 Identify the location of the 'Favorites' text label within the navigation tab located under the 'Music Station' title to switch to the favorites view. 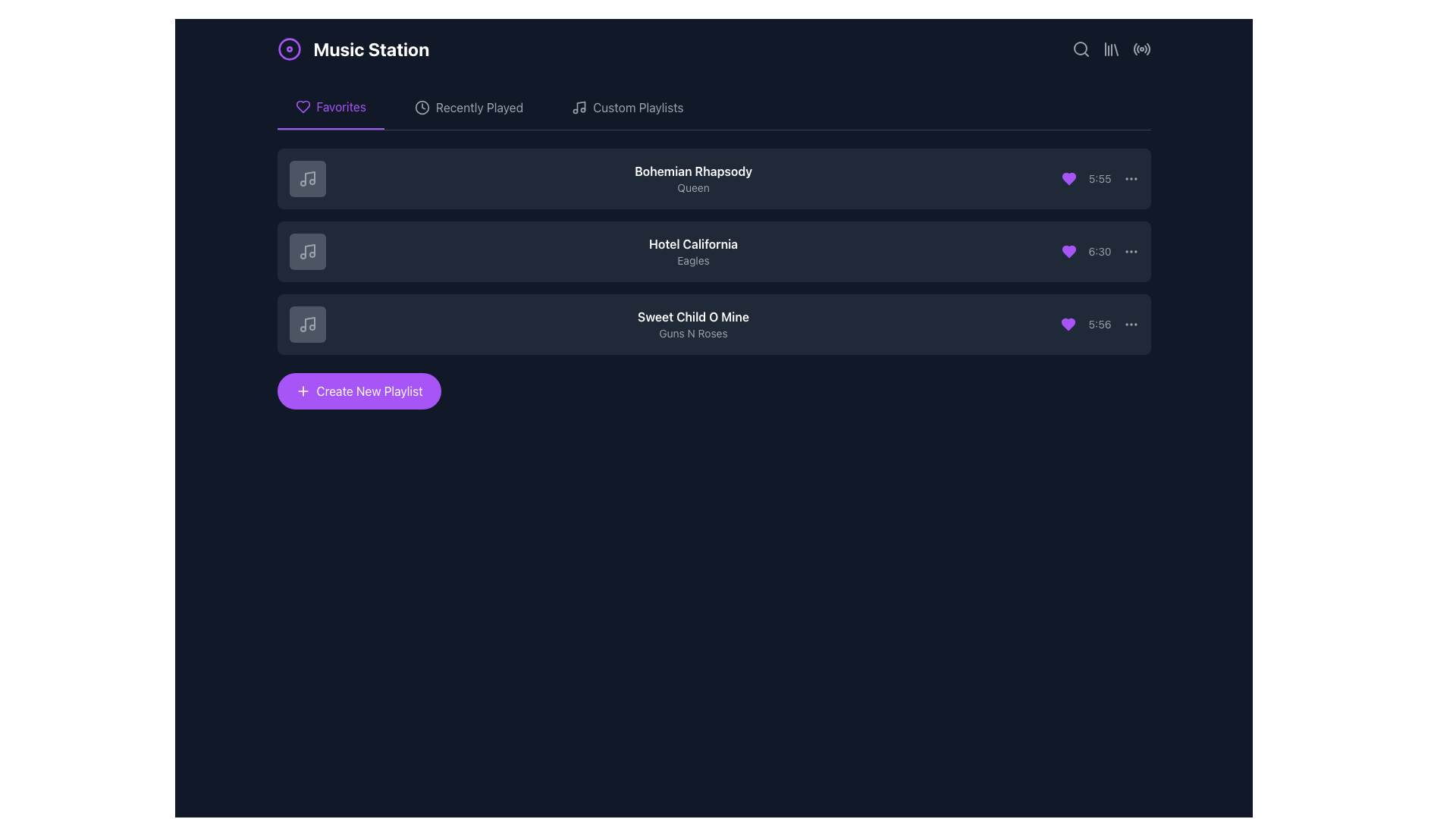
(340, 106).